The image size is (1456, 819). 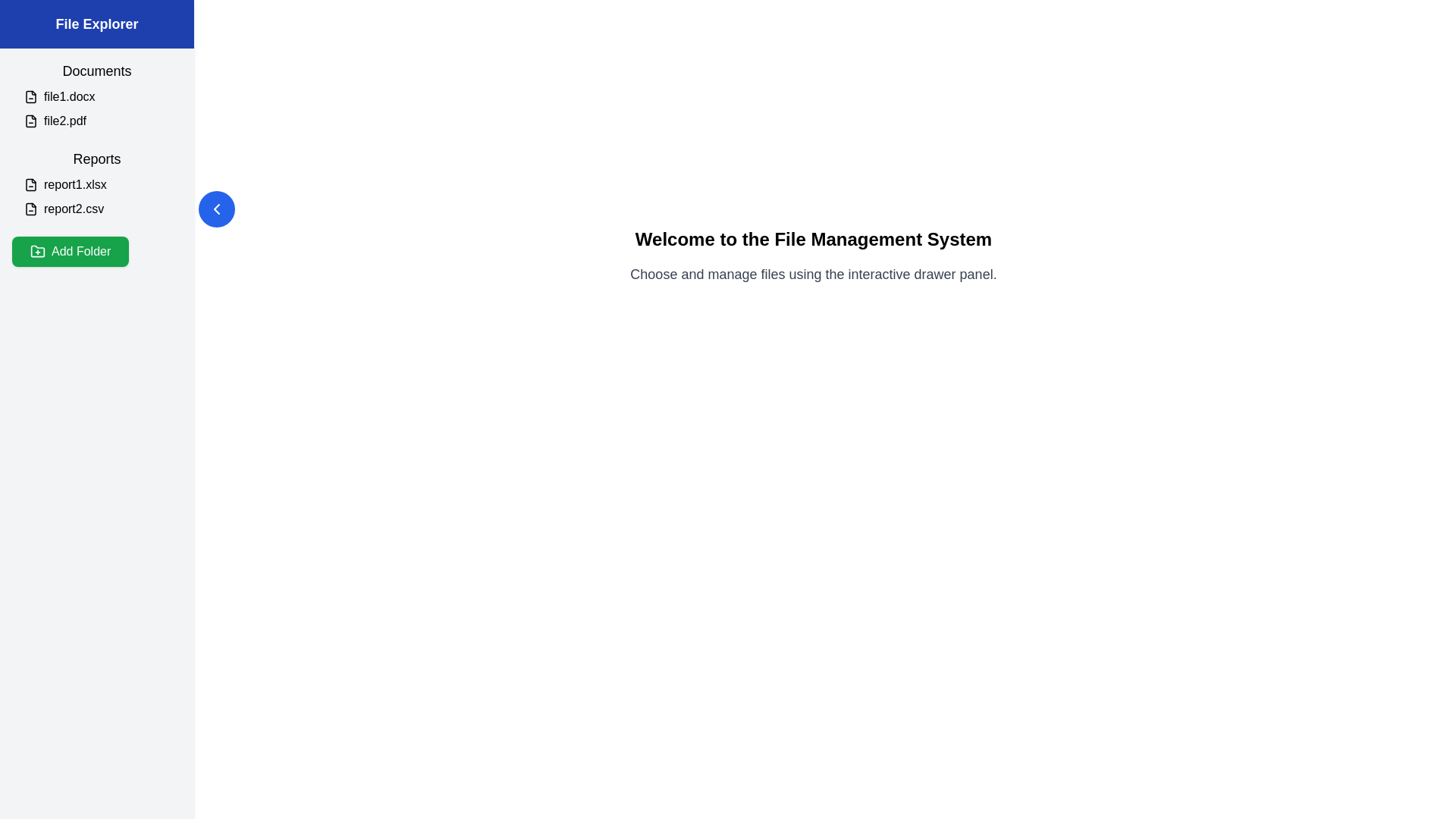 What do you see at coordinates (31, 209) in the screenshot?
I see `the document icon representing the 'report2.csv' entry, which is the second document icon in the 'Reports' section of the left sidebar file explorer` at bounding box center [31, 209].